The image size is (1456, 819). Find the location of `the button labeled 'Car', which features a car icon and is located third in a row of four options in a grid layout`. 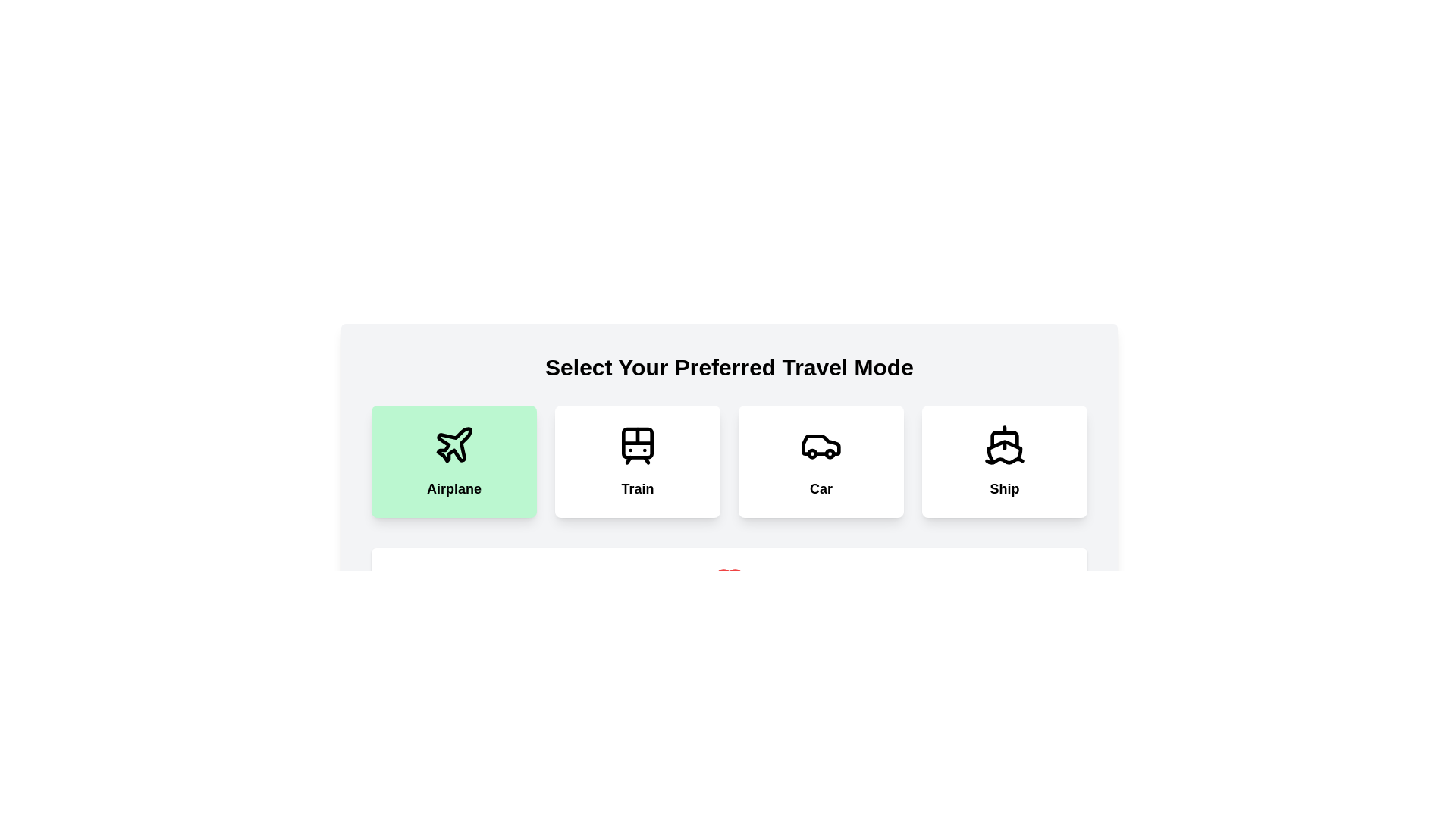

the button labeled 'Car', which features a car icon and is located third in a row of four options in a grid layout is located at coordinates (821, 461).